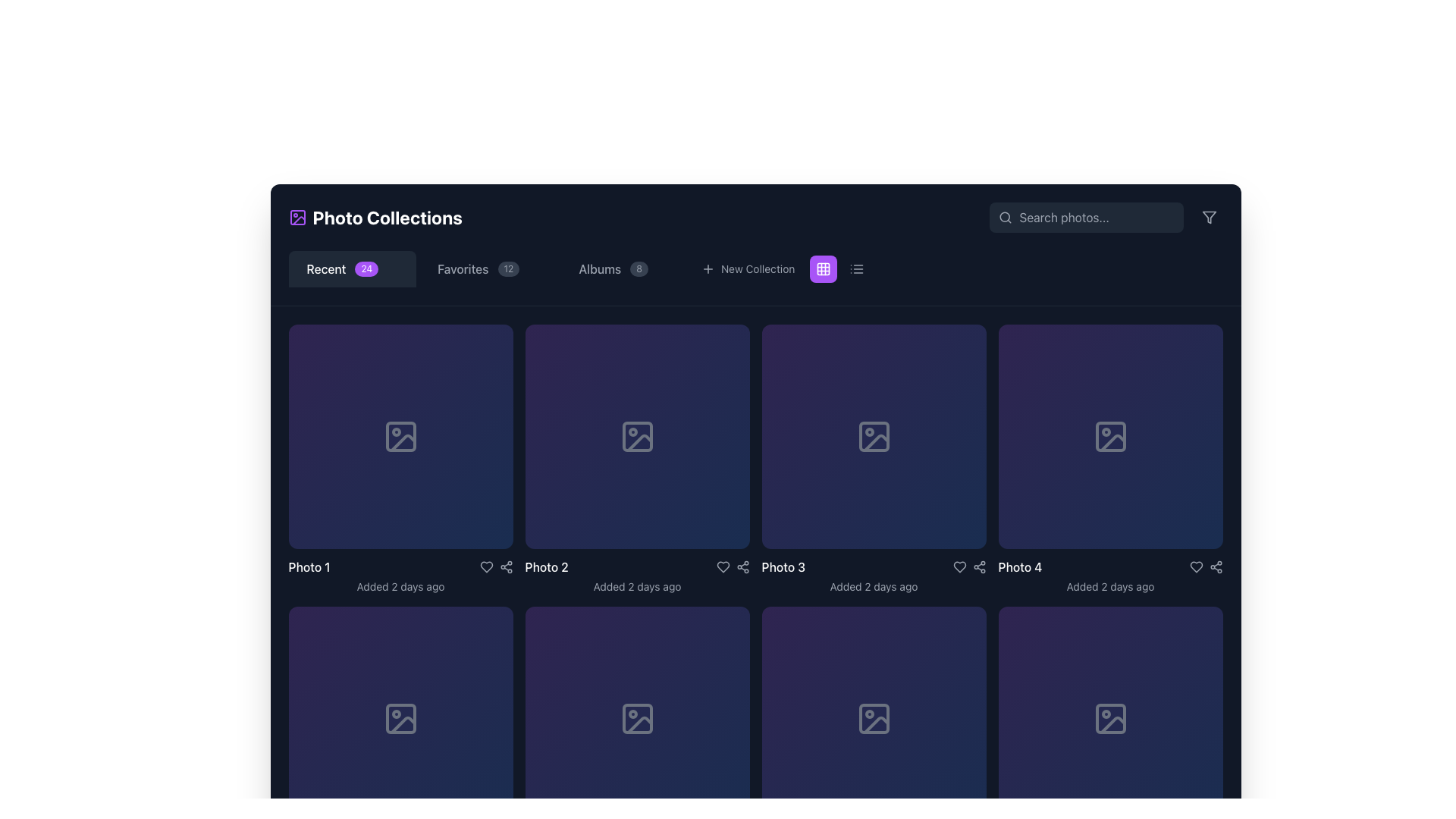 This screenshot has width=1456, height=819. What do you see at coordinates (637, 436) in the screenshot?
I see `the second interactive square in the horizontally aligned grid of image placeholders labeled 'Photo 2'` at bounding box center [637, 436].